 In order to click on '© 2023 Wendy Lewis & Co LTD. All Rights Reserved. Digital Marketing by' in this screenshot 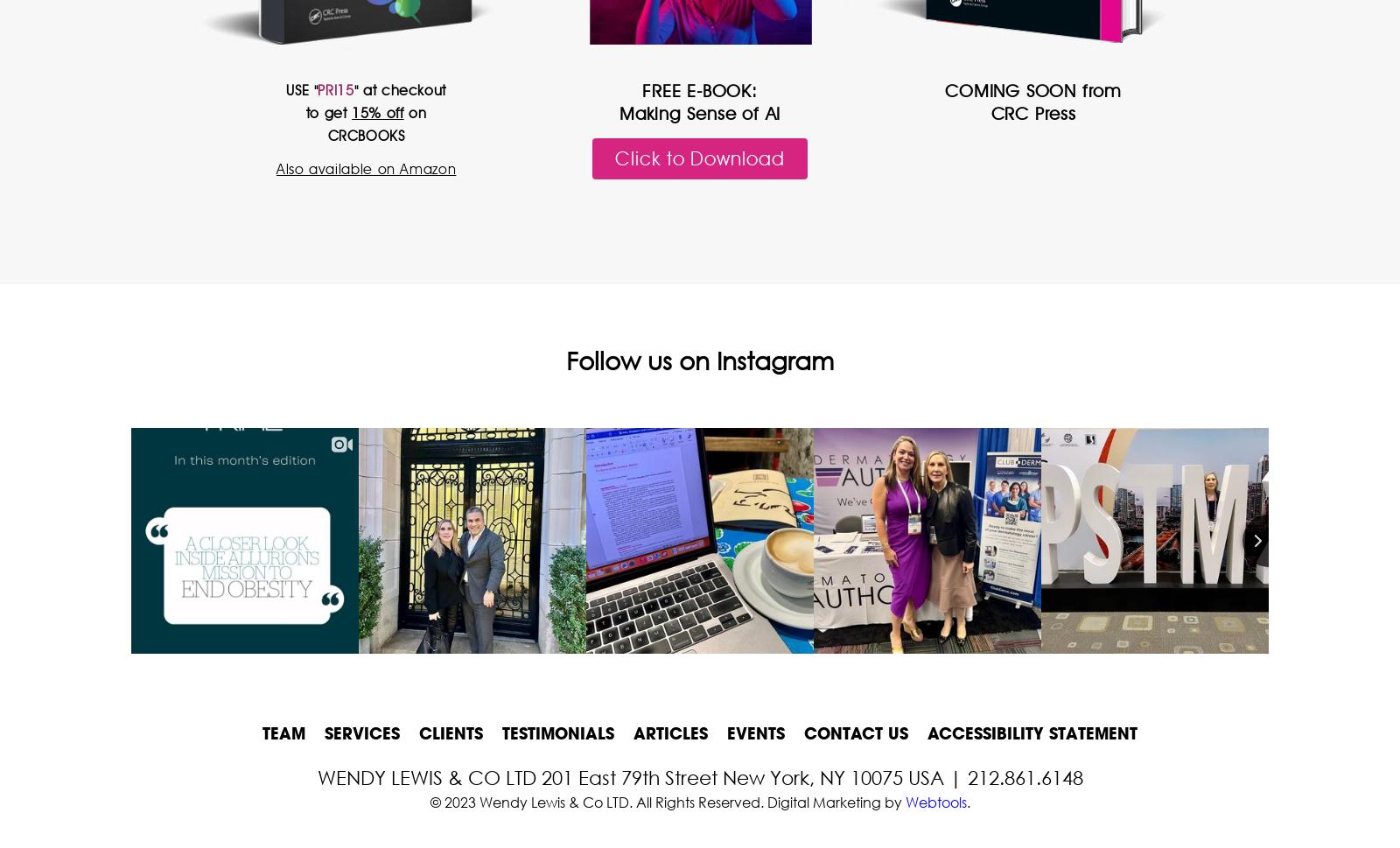, I will do `click(667, 801)`.